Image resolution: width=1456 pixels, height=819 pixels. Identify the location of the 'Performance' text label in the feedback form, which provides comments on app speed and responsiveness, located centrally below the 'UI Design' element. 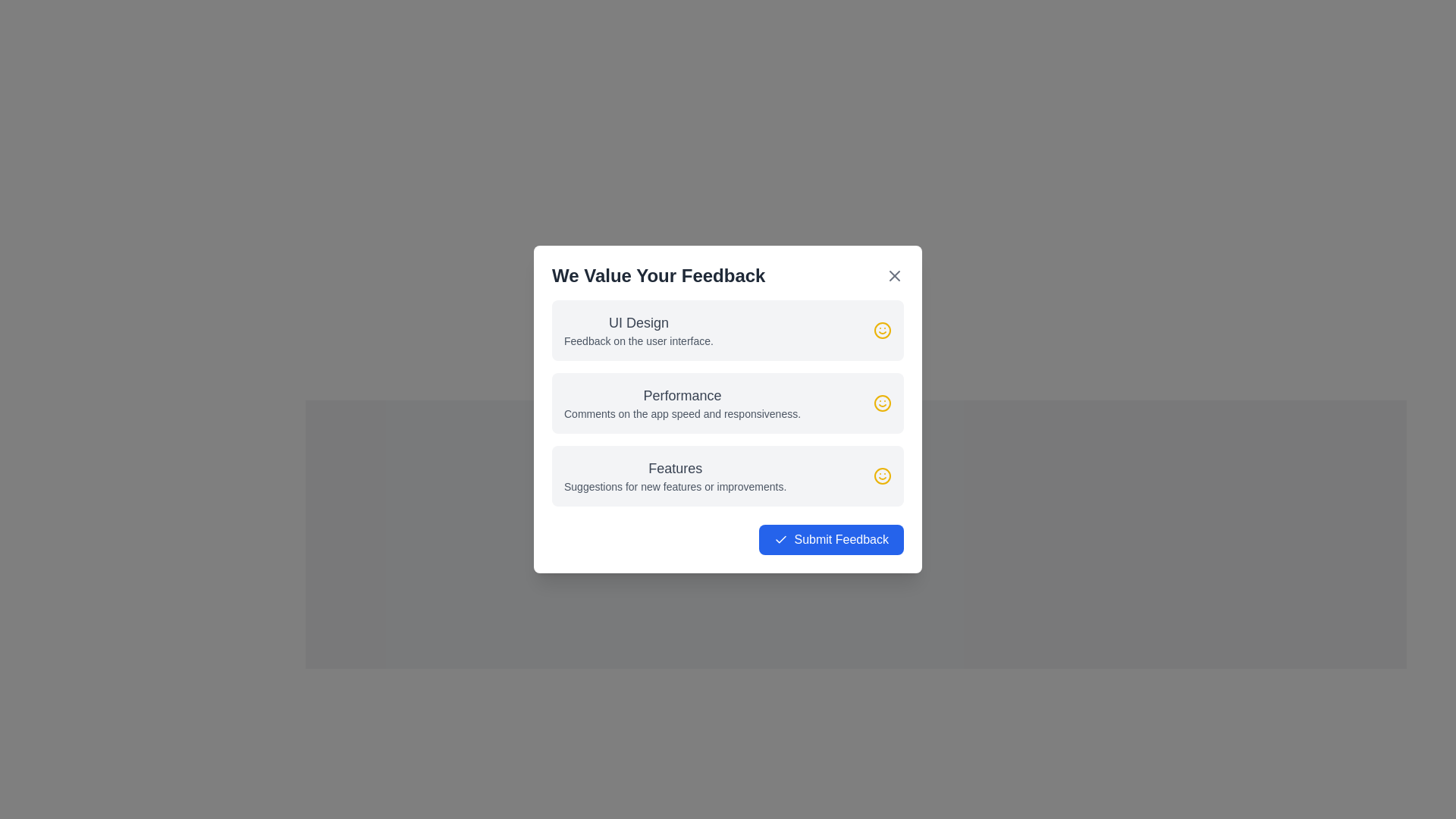
(682, 403).